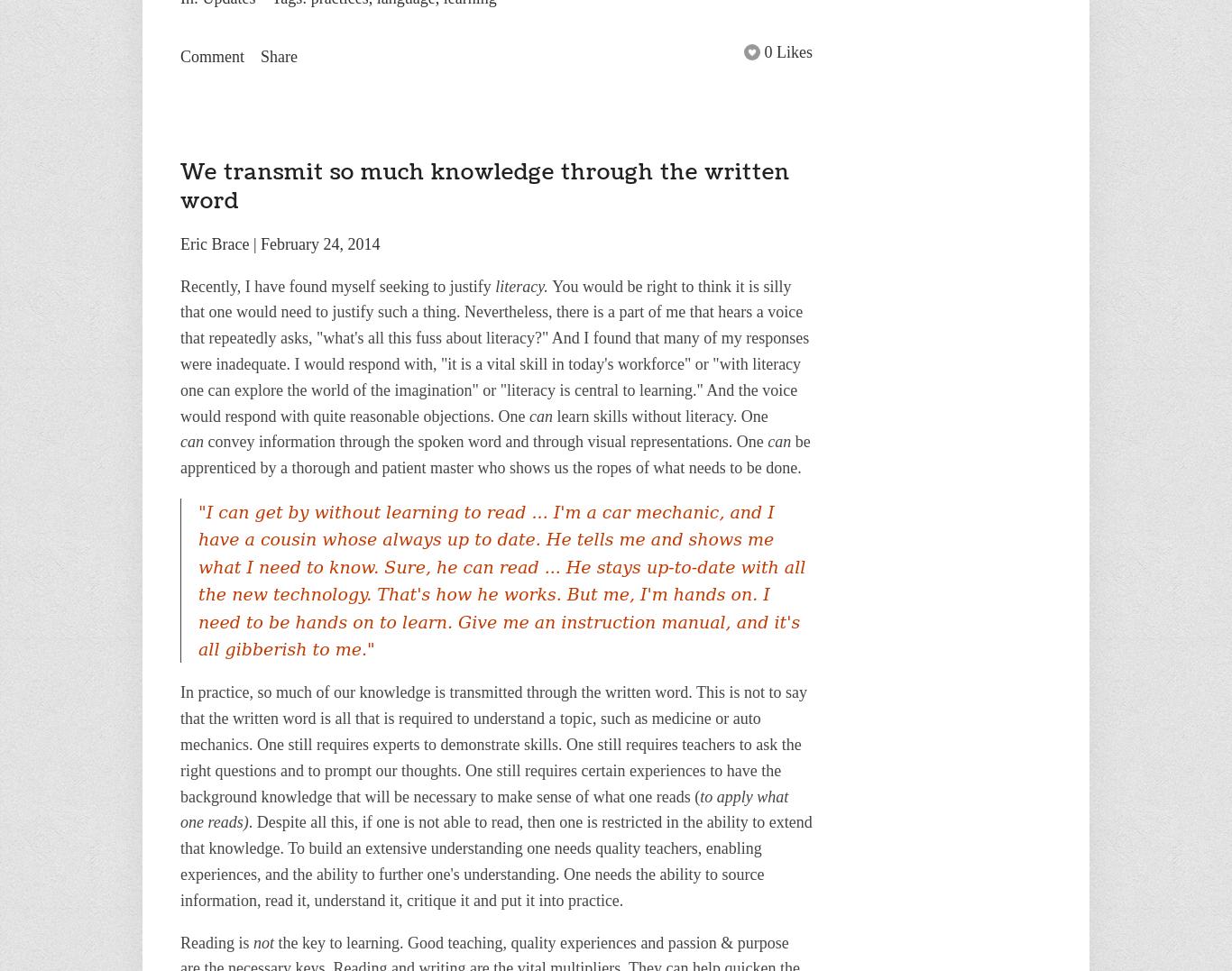  What do you see at coordinates (659, 415) in the screenshot?
I see `'learn skills without literacy. One'` at bounding box center [659, 415].